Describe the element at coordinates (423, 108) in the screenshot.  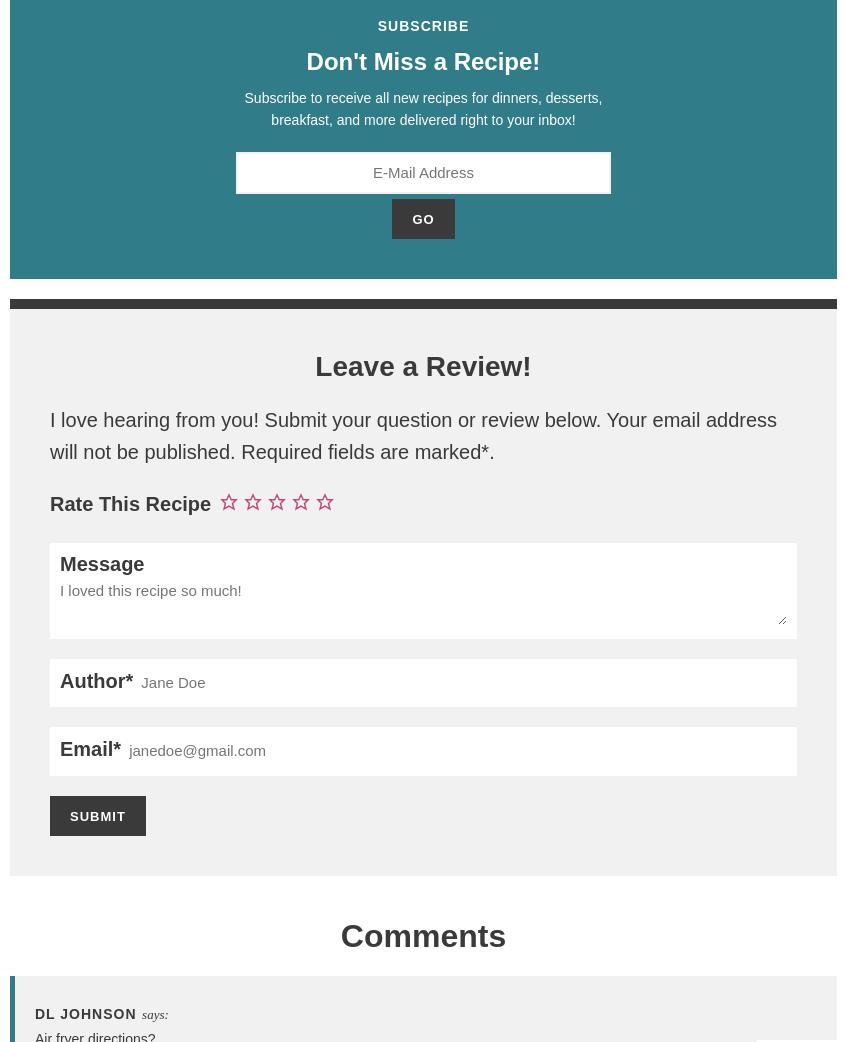
I see `'Subscribe to receive all new recipes for dinners, desserts, breakfast, and more delivered right to your inbox!'` at that location.